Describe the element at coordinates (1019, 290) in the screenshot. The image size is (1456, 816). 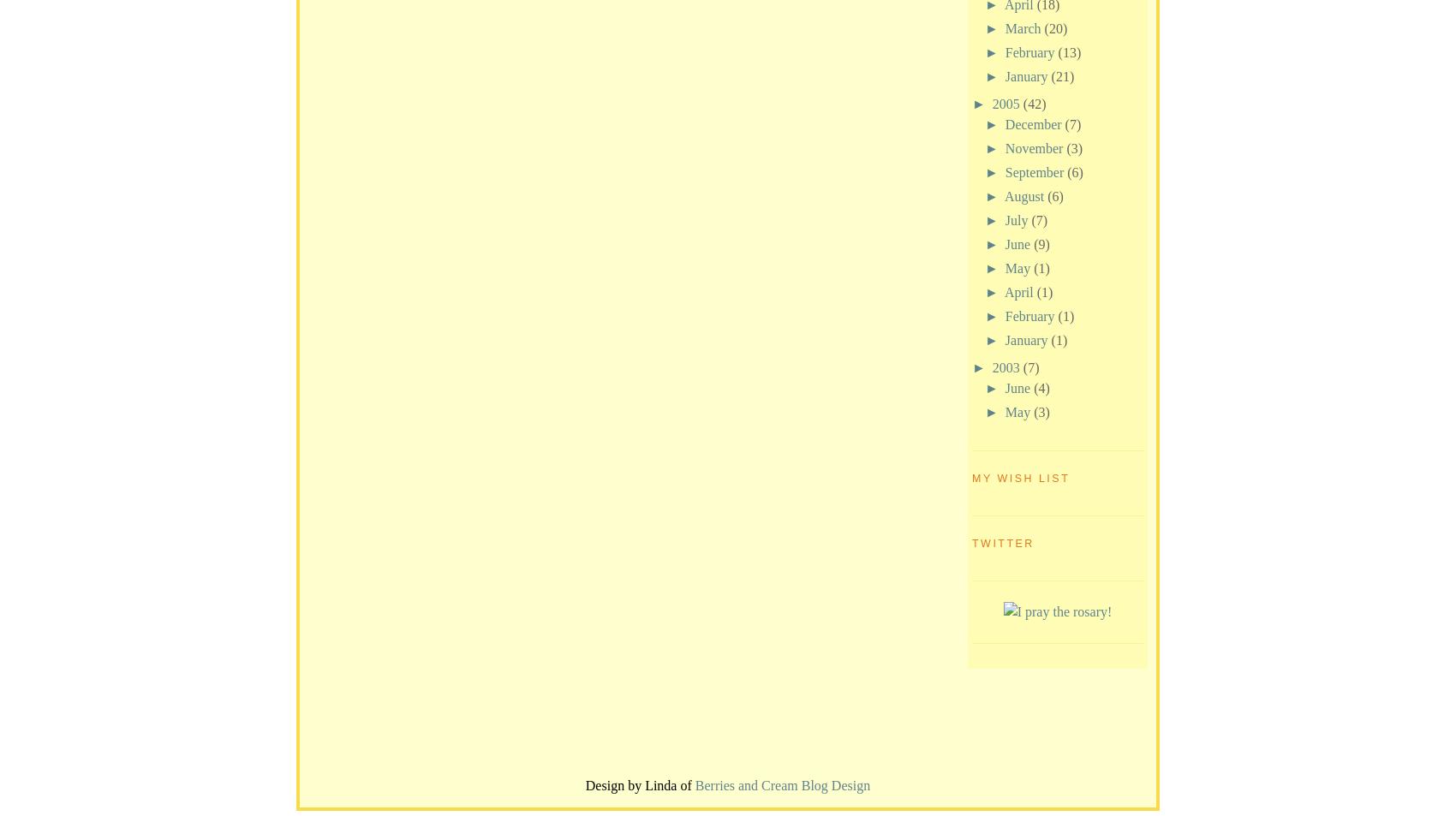
I see `'April'` at that location.